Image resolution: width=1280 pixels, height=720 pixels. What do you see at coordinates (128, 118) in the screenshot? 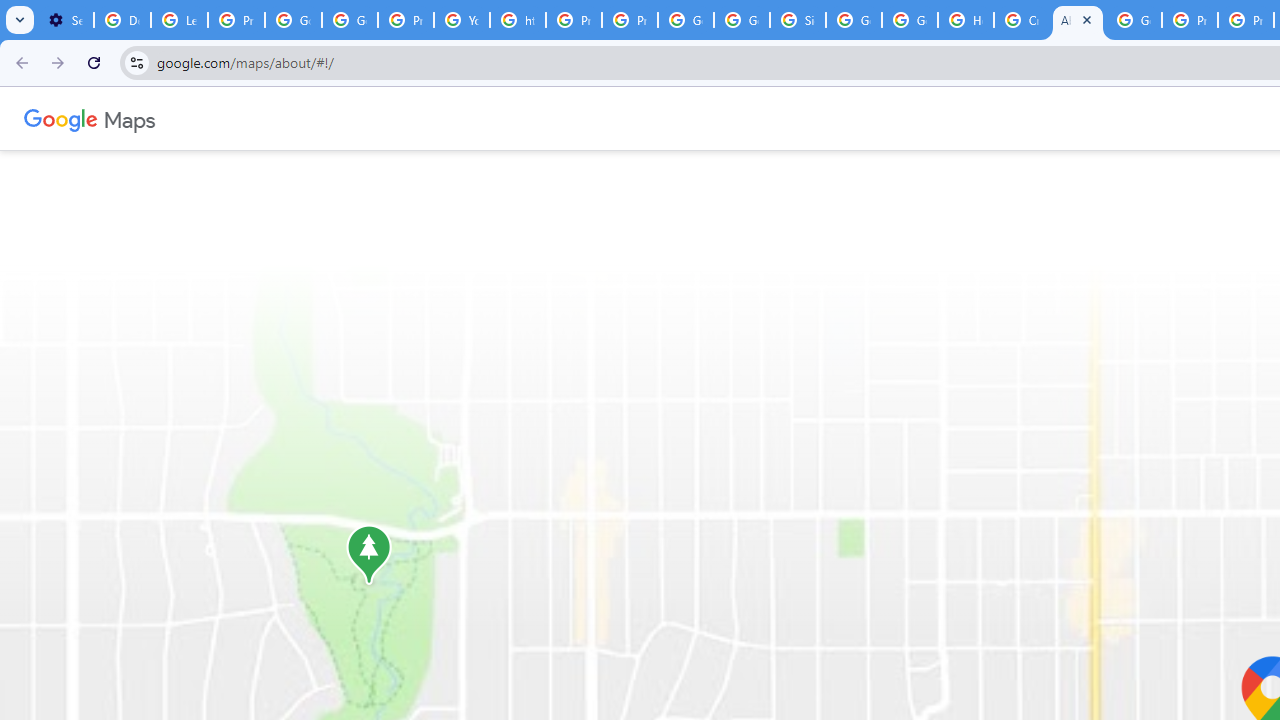
I see `'Maps'` at bounding box center [128, 118].